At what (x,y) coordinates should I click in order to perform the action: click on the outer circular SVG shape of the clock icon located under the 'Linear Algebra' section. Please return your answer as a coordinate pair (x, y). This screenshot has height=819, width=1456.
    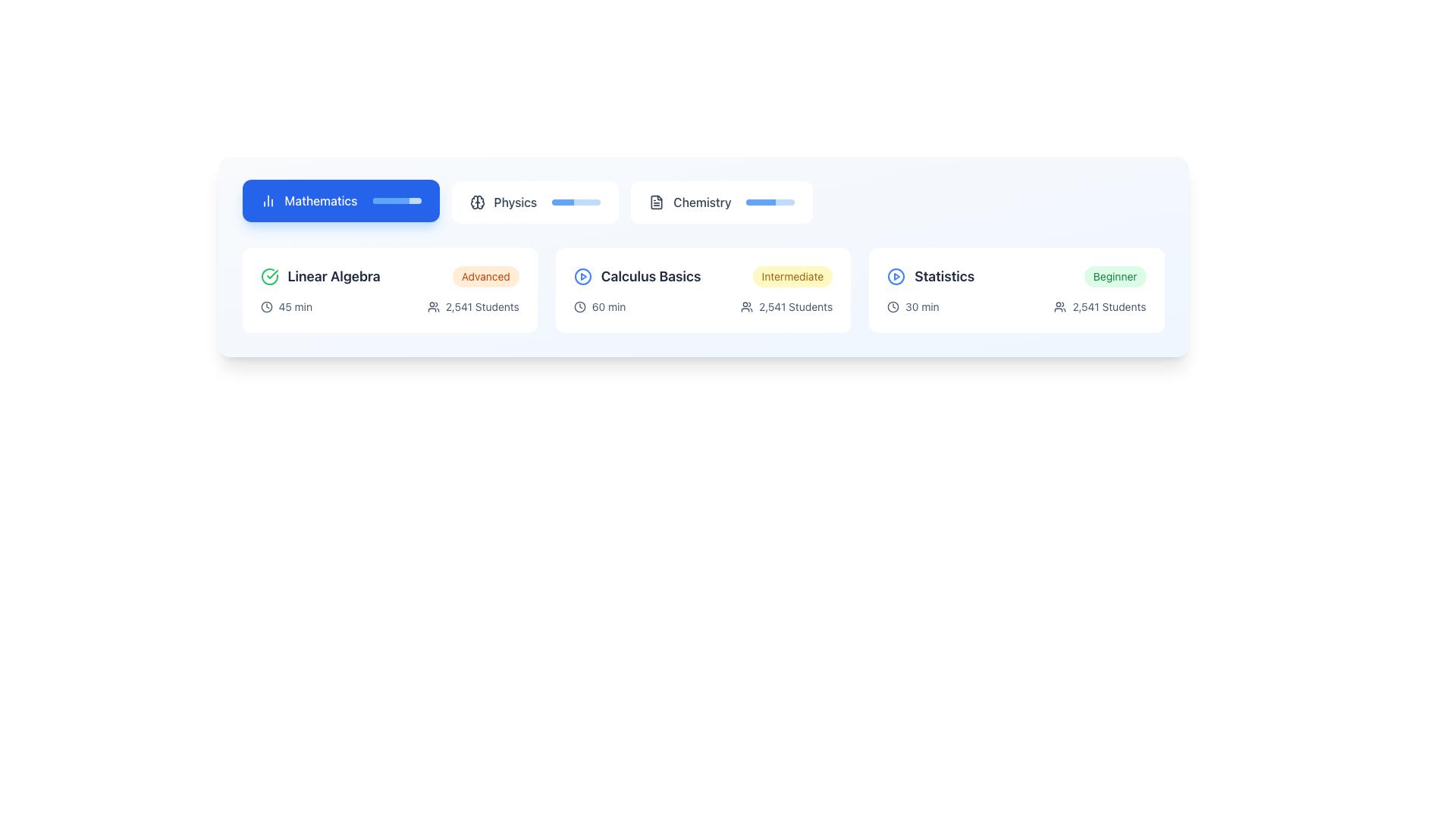
    Looking at the image, I should click on (266, 307).